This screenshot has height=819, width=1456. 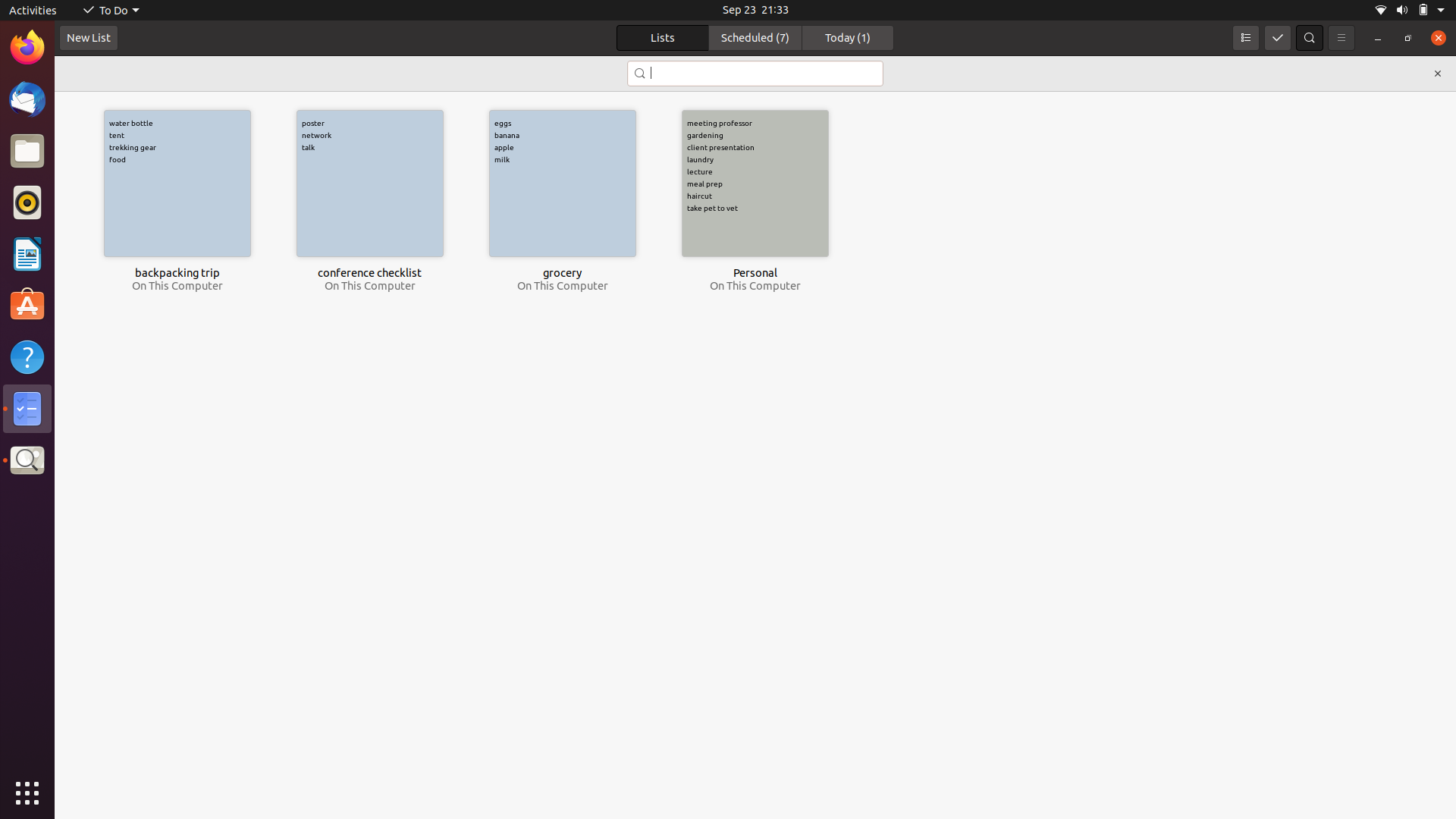 What do you see at coordinates (1436, 73) in the screenshot?
I see `End search panel operation through a mouse click` at bounding box center [1436, 73].